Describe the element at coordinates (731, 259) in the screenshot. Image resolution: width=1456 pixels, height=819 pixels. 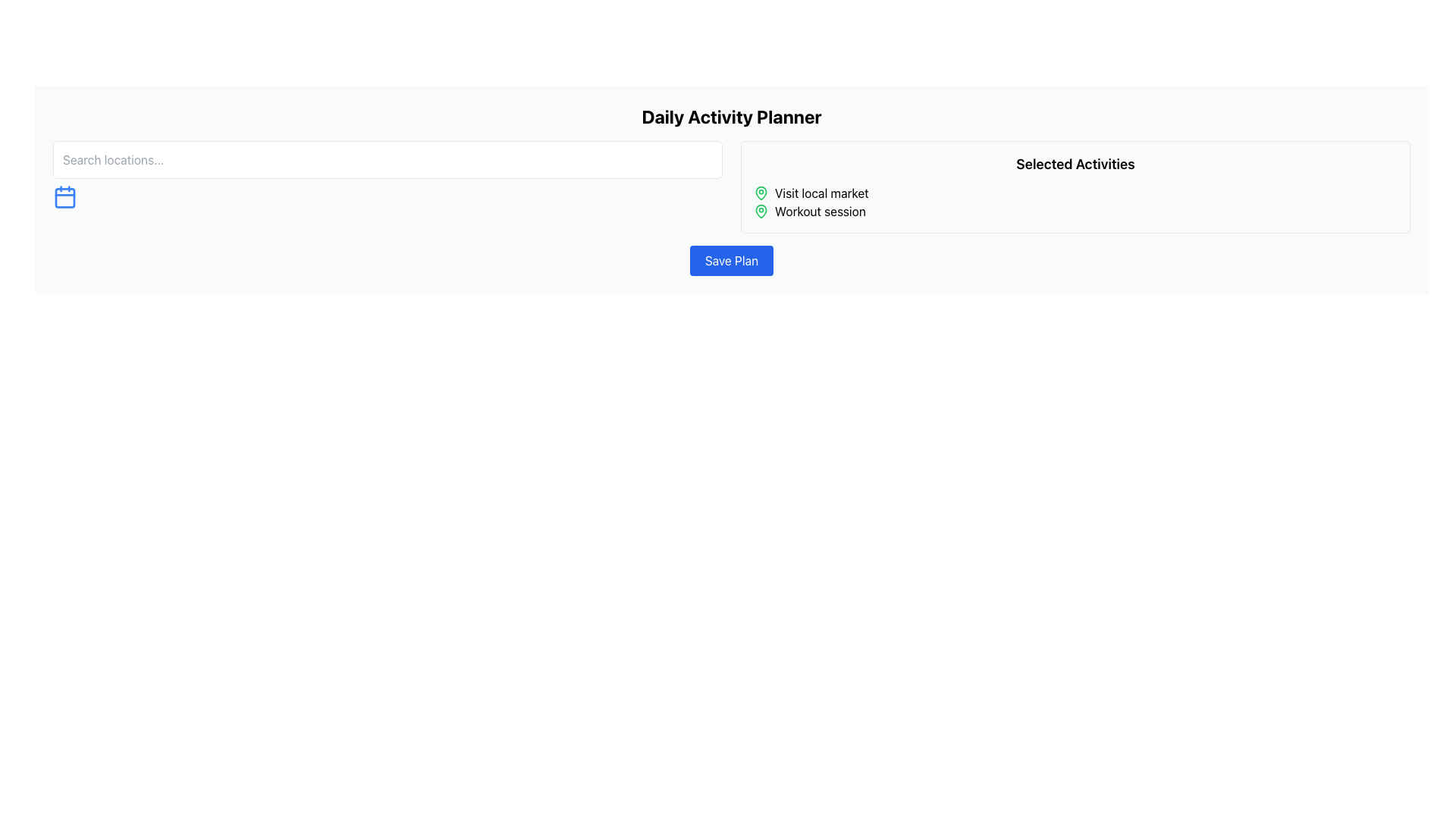
I see `the 'Save' button in the 'Daily Activity Planner' section to possibly reveal a tooltip` at that location.